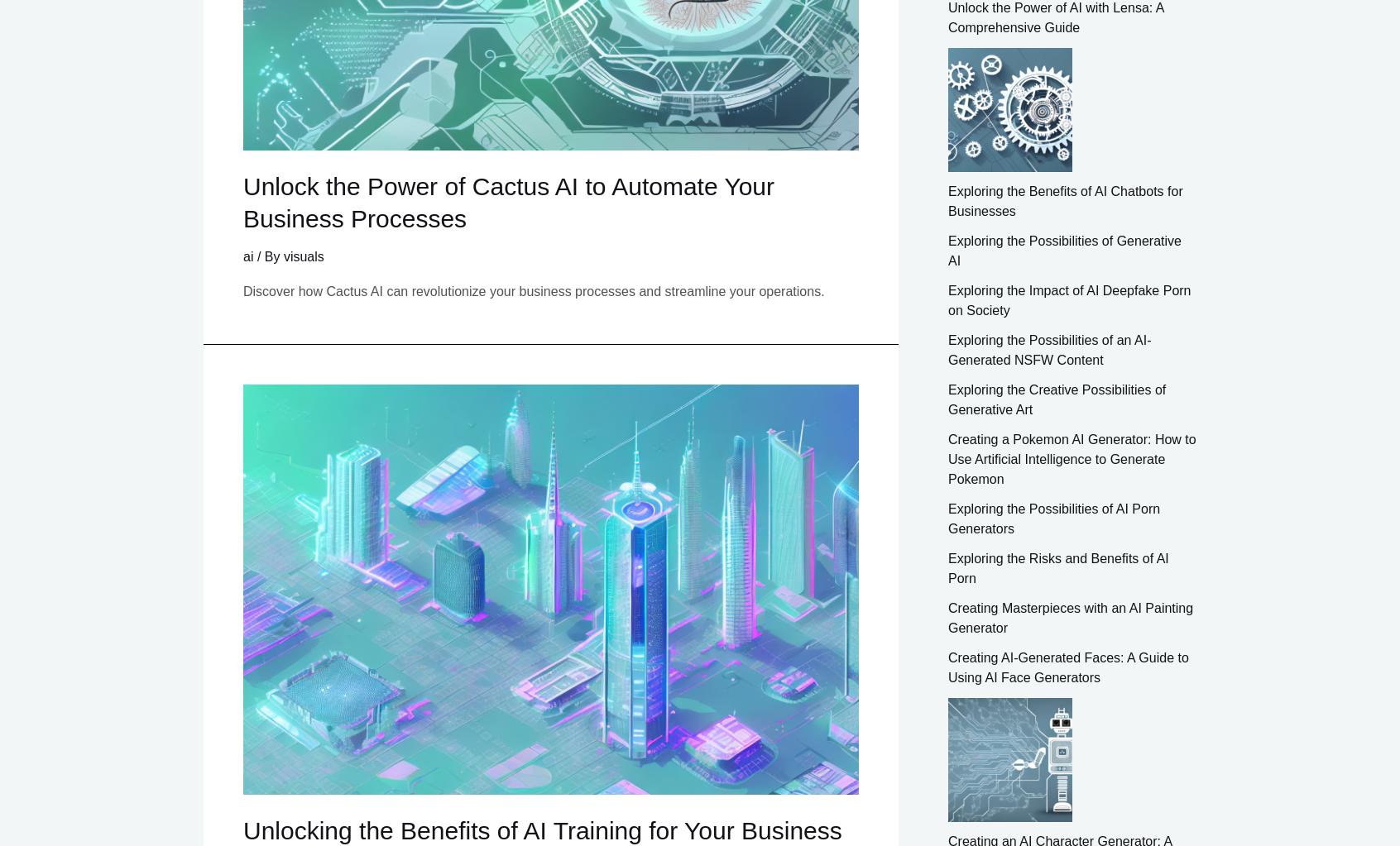  Describe the element at coordinates (533, 291) in the screenshot. I see `'Discover how Cactus AI can revolutionize your business processes and streamline your operations.'` at that location.